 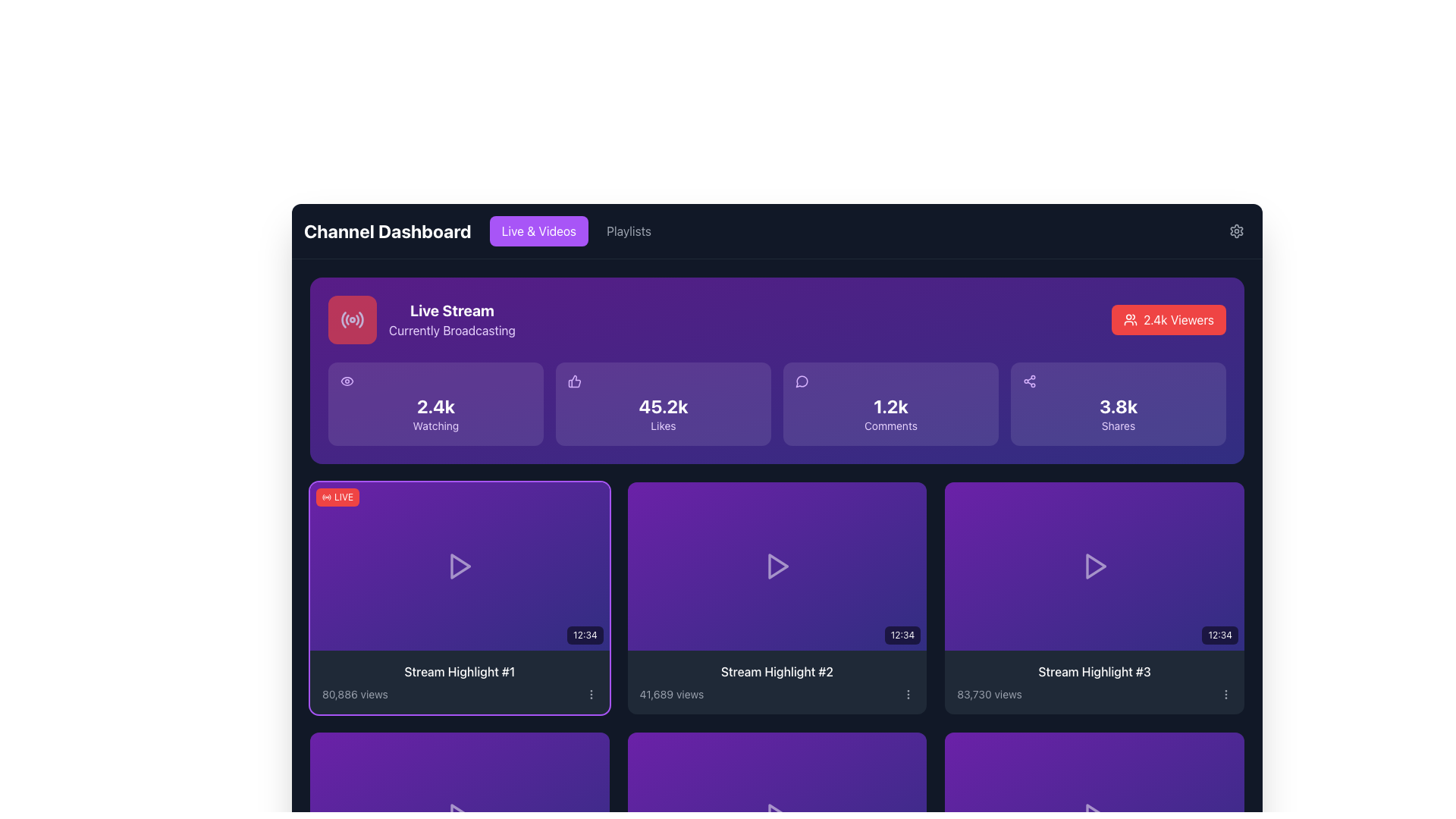 I want to click on the representation of the settings icon located, so click(x=1237, y=231).